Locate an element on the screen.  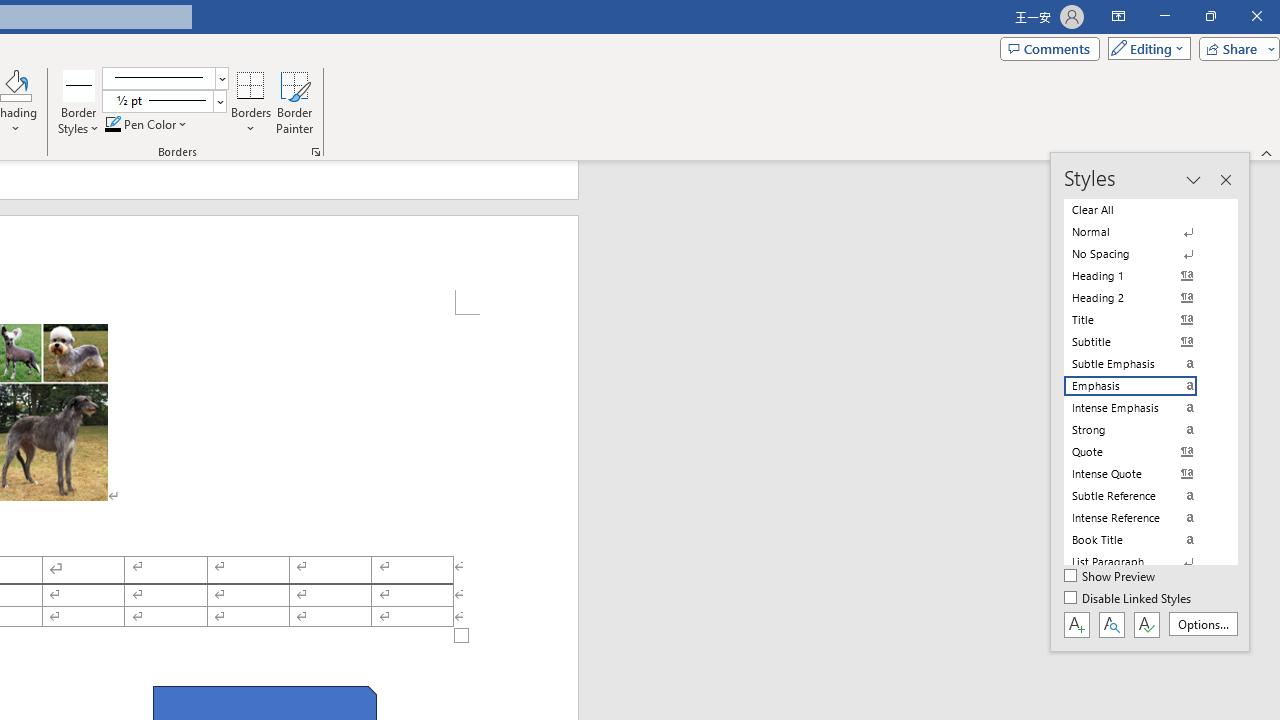
'Heading 1' is located at coordinates (1142, 276).